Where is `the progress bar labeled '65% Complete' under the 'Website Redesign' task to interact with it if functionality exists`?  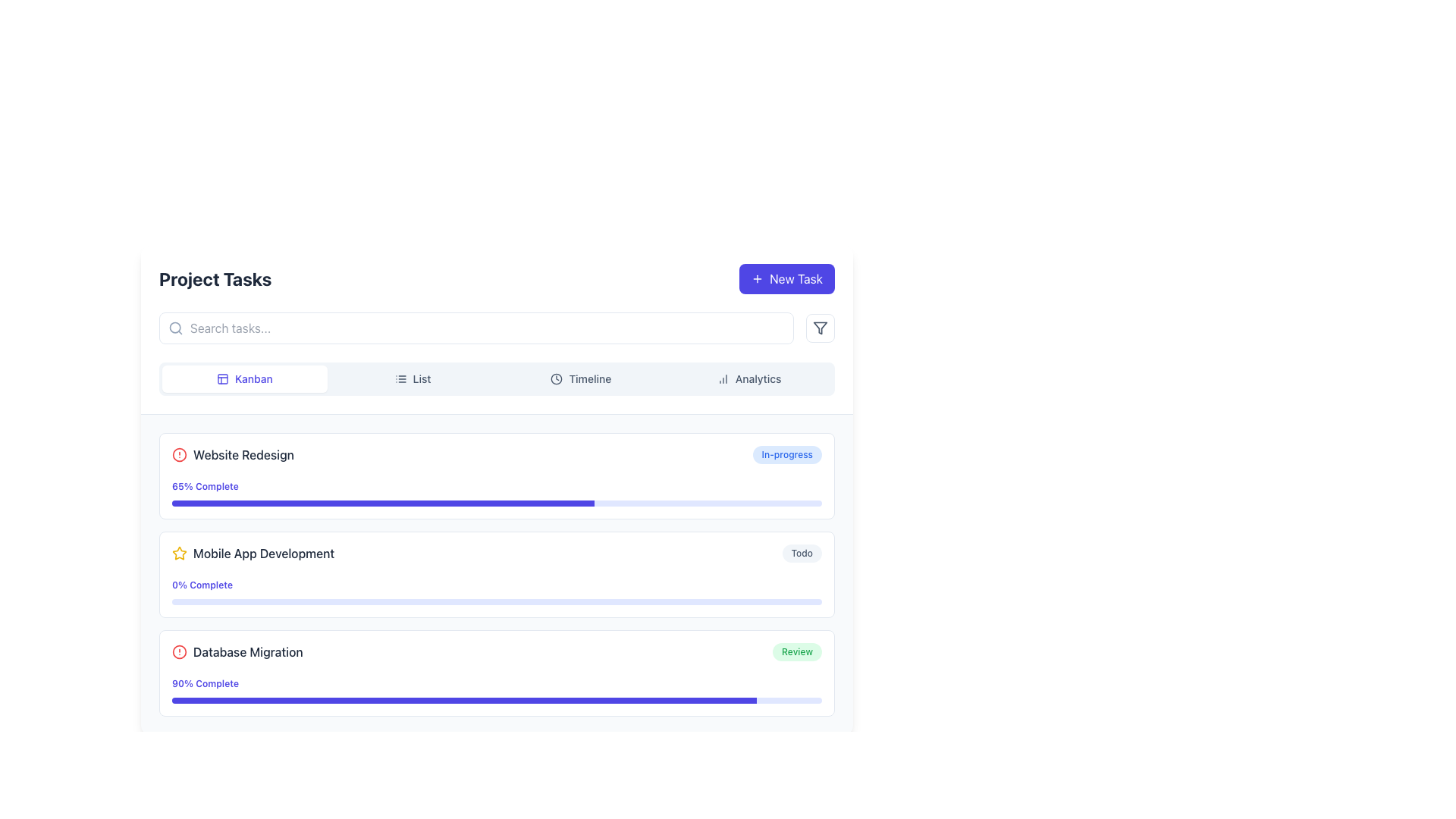 the progress bar labeled '65% Complete' under the 'Website Redesign' task to interact with it if functionality exists is located at coordinates (497, 489).